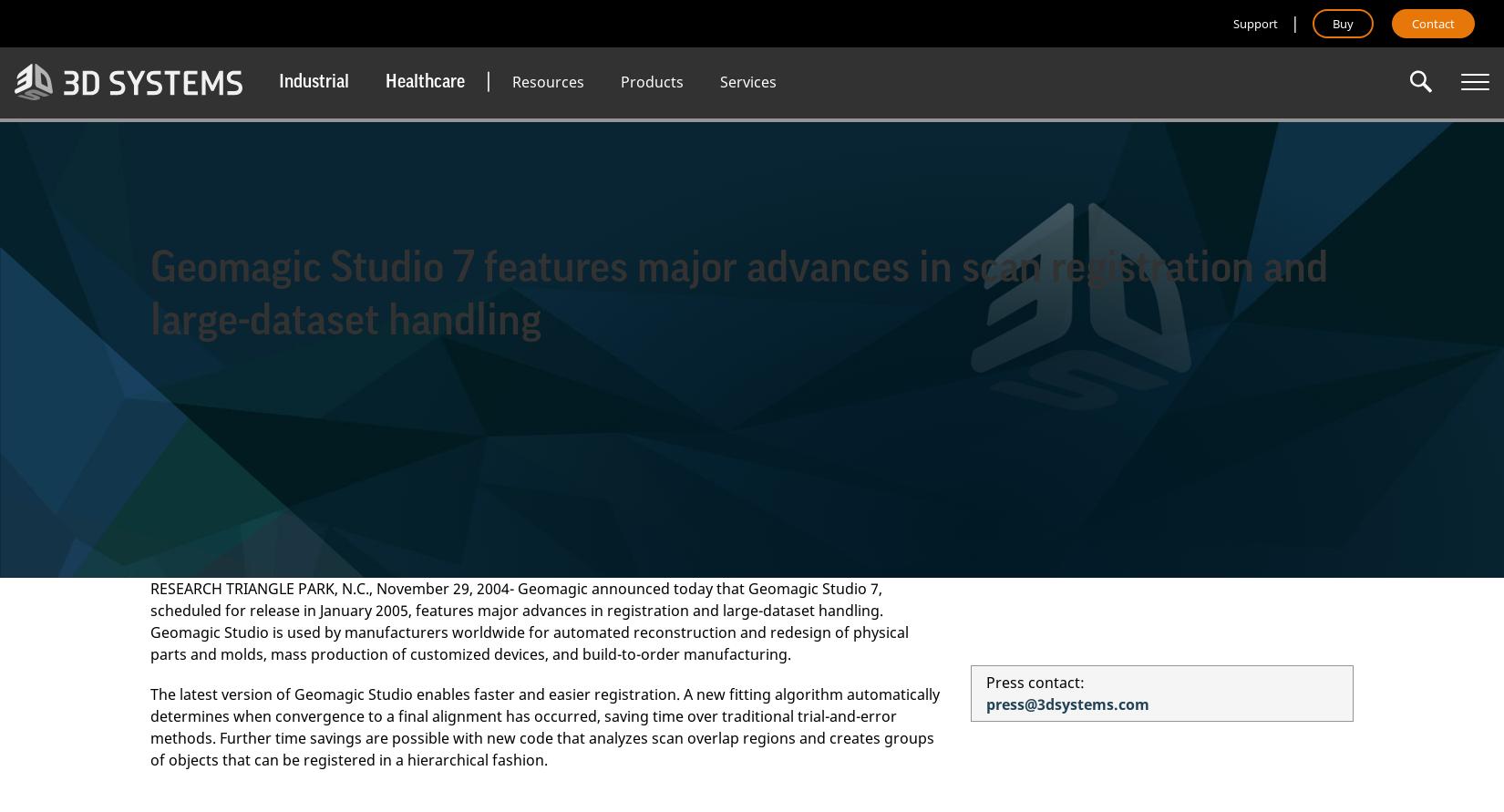  What do you see at coordinates (312, 196) in the screenshot?
I see `'Automotive'` at bounding box center [312, 196].